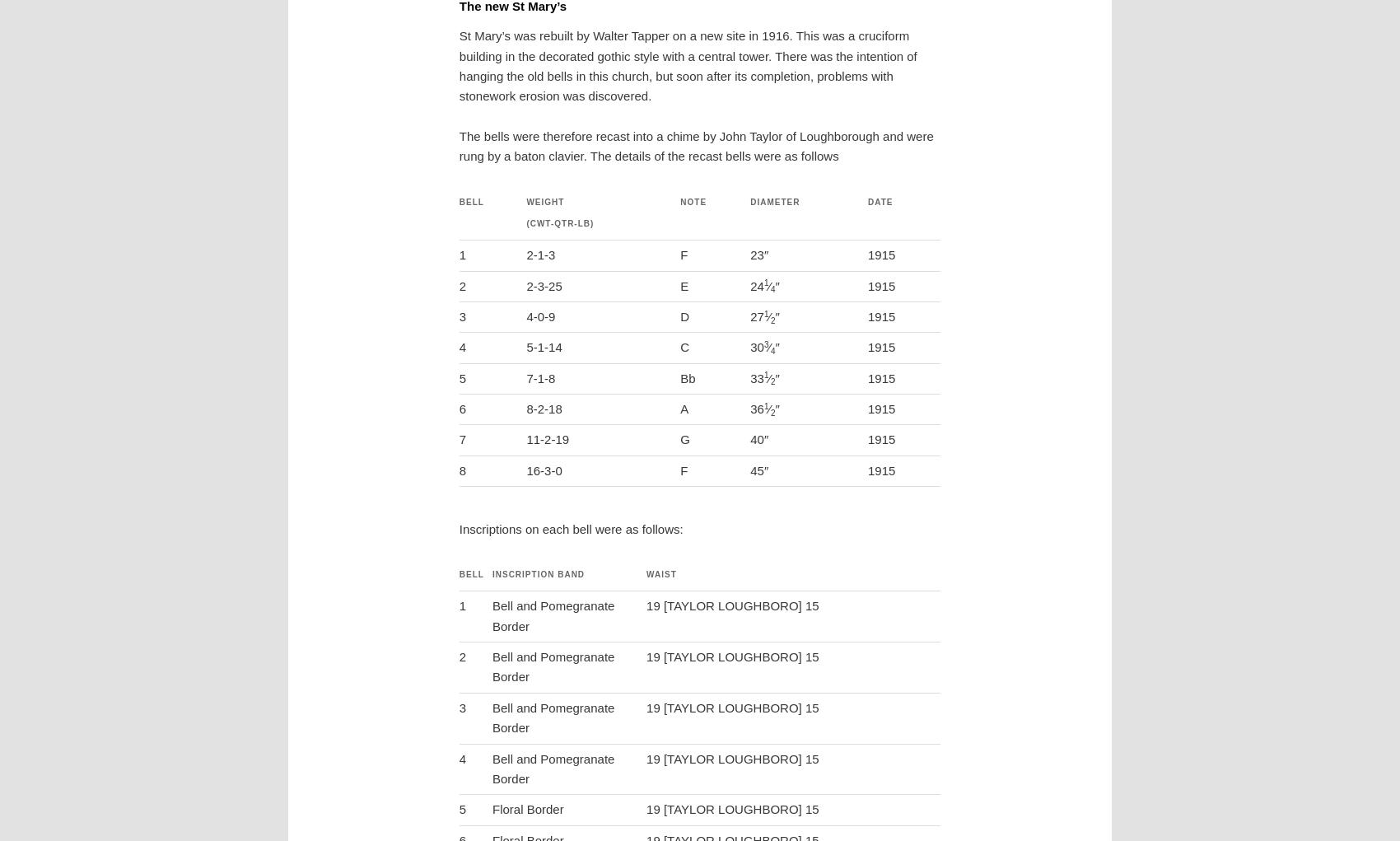 This screenshot has width=1400, height=841. Describe the element at coordinates (693, 201) in the screenshot. I see `'Note'` at that location.